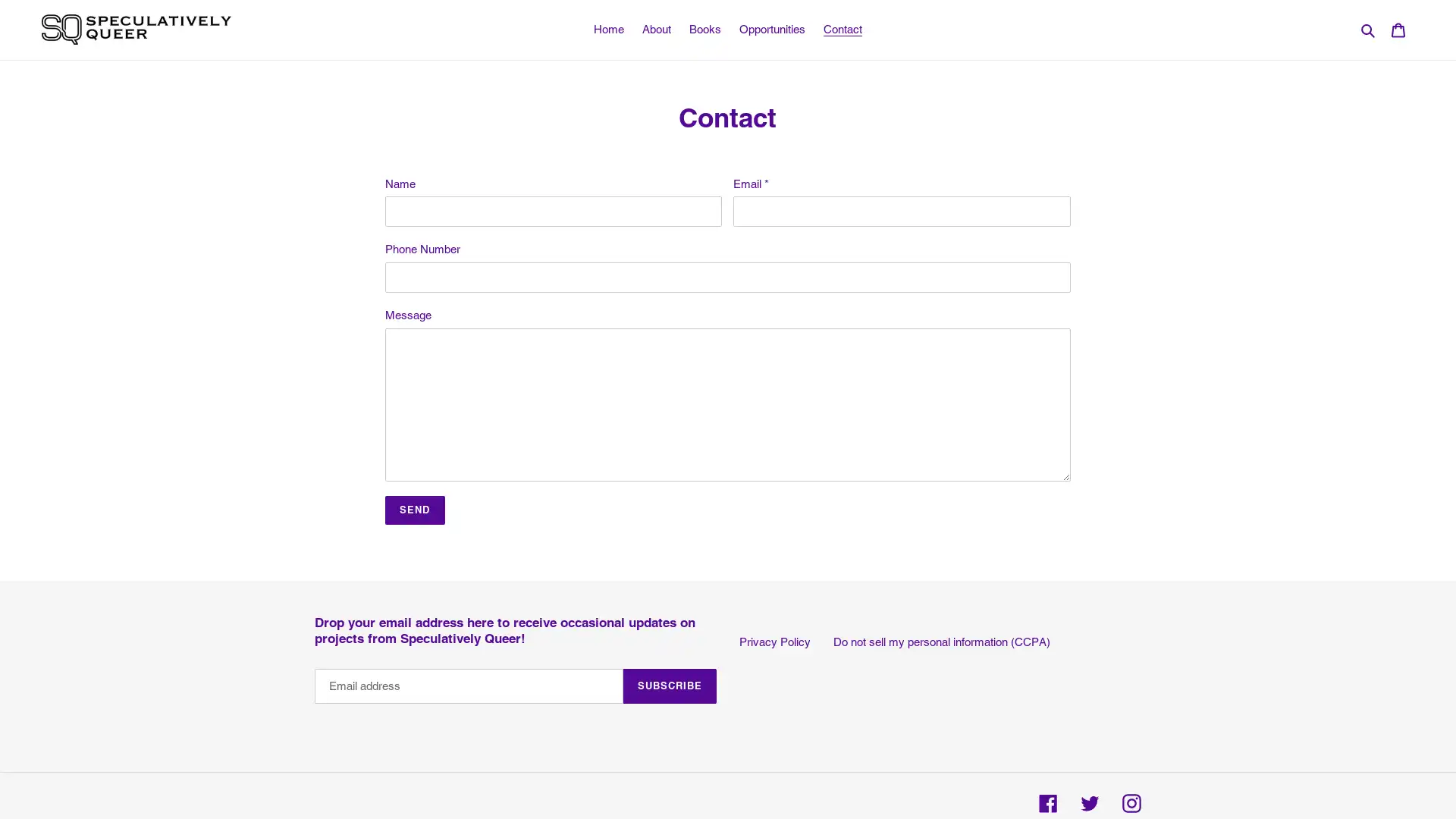 This screenshot has width=1456, height=819. I want to click on SUBSCRIBE, so click(669, 686).